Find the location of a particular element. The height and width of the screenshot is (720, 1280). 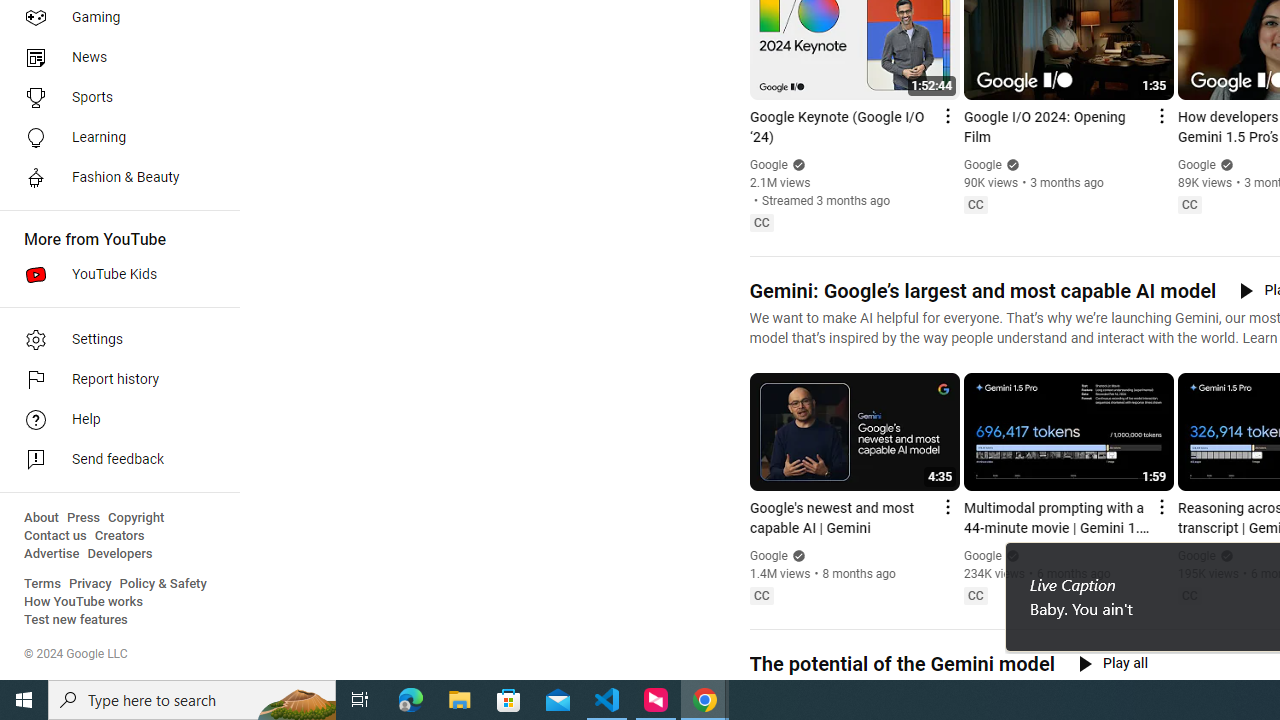

'The potential of the Gemini model' is located at coordinates (900, 664).